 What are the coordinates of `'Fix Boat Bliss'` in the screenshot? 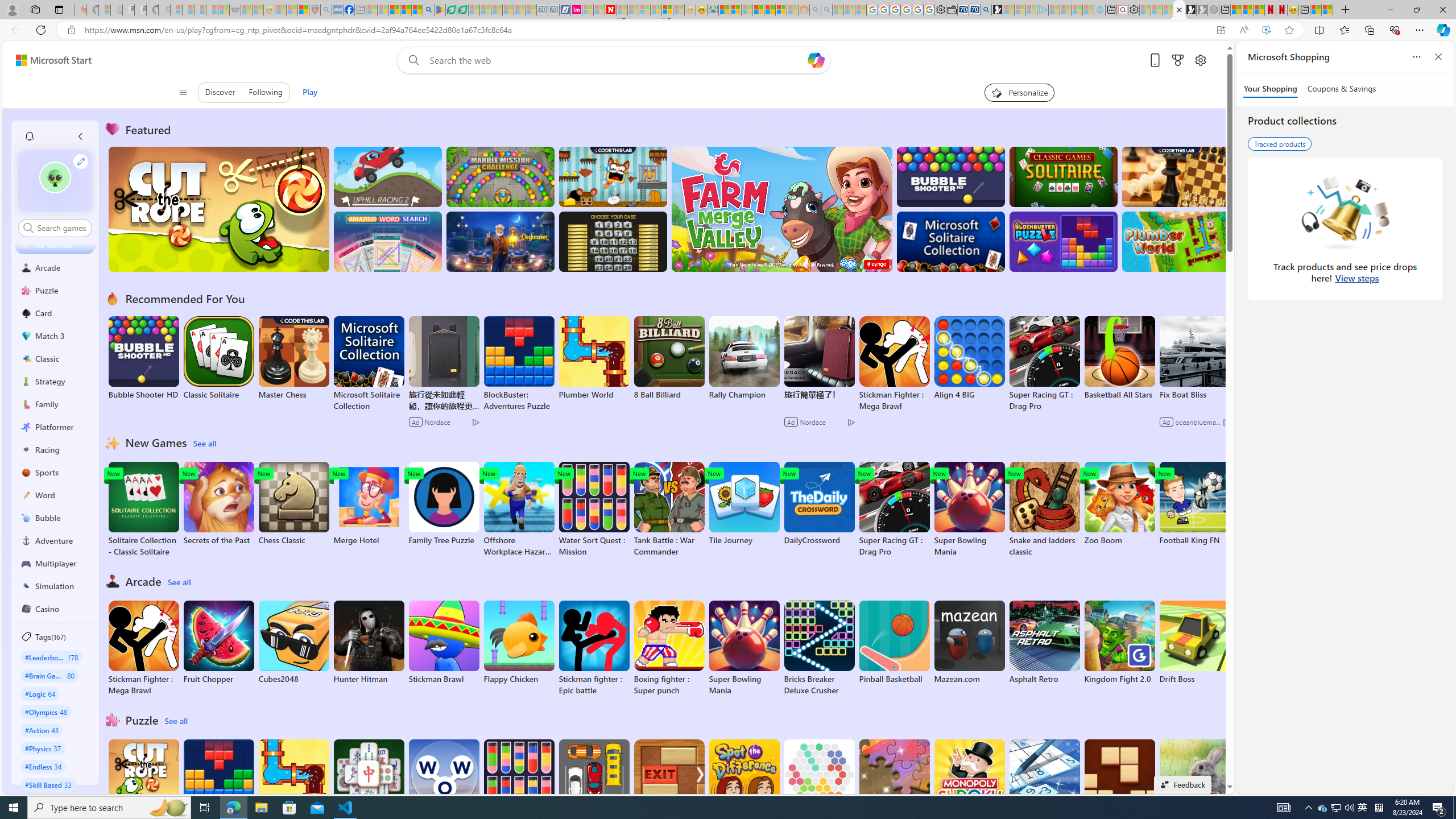 It's located at (1194, 394).